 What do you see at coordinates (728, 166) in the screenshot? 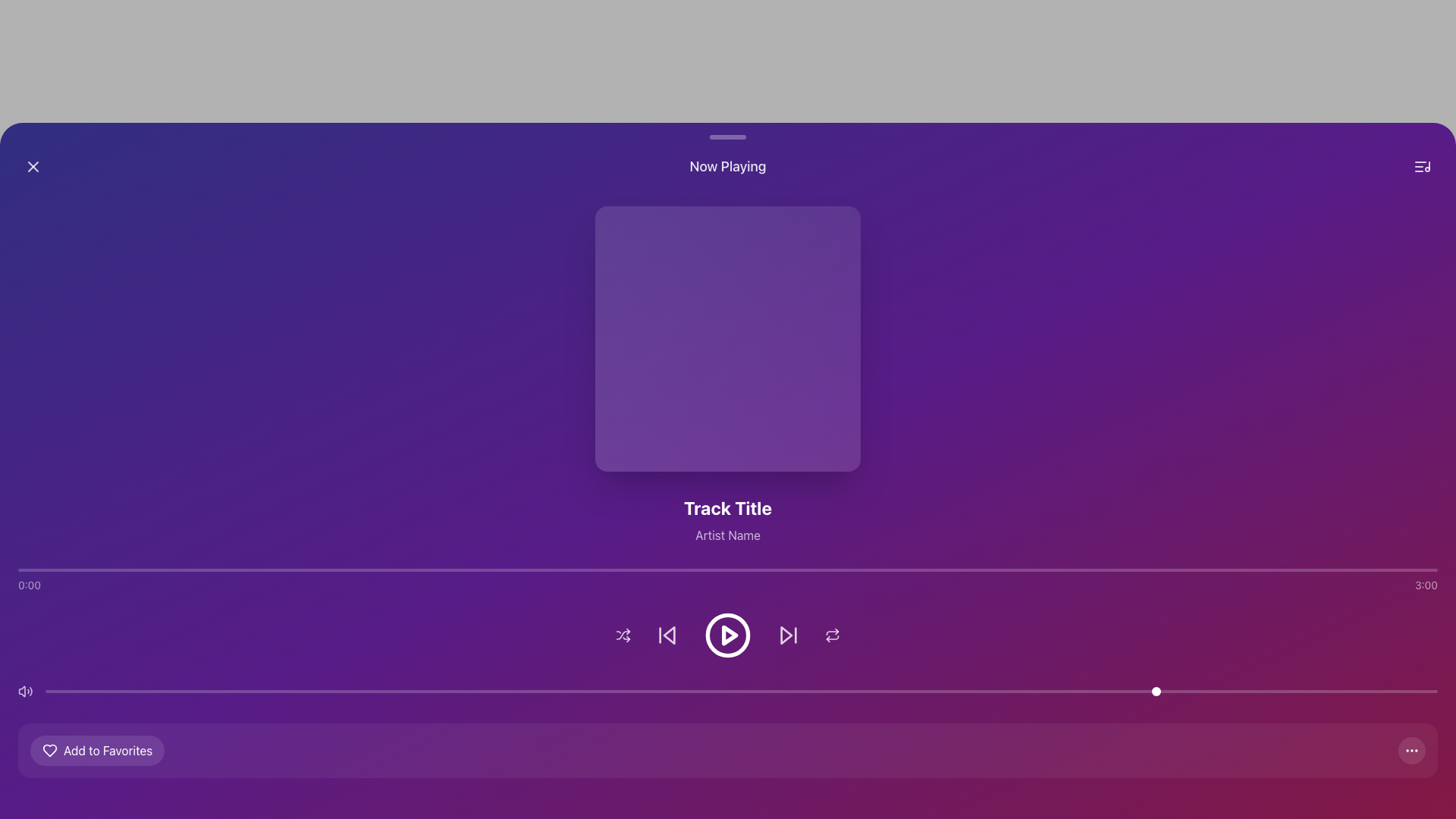
I see `the 'Now Playing' header label, which is a bold white text located at the top-center of the interface, between a close button and a menu icon` at bounding box center [728, 166].